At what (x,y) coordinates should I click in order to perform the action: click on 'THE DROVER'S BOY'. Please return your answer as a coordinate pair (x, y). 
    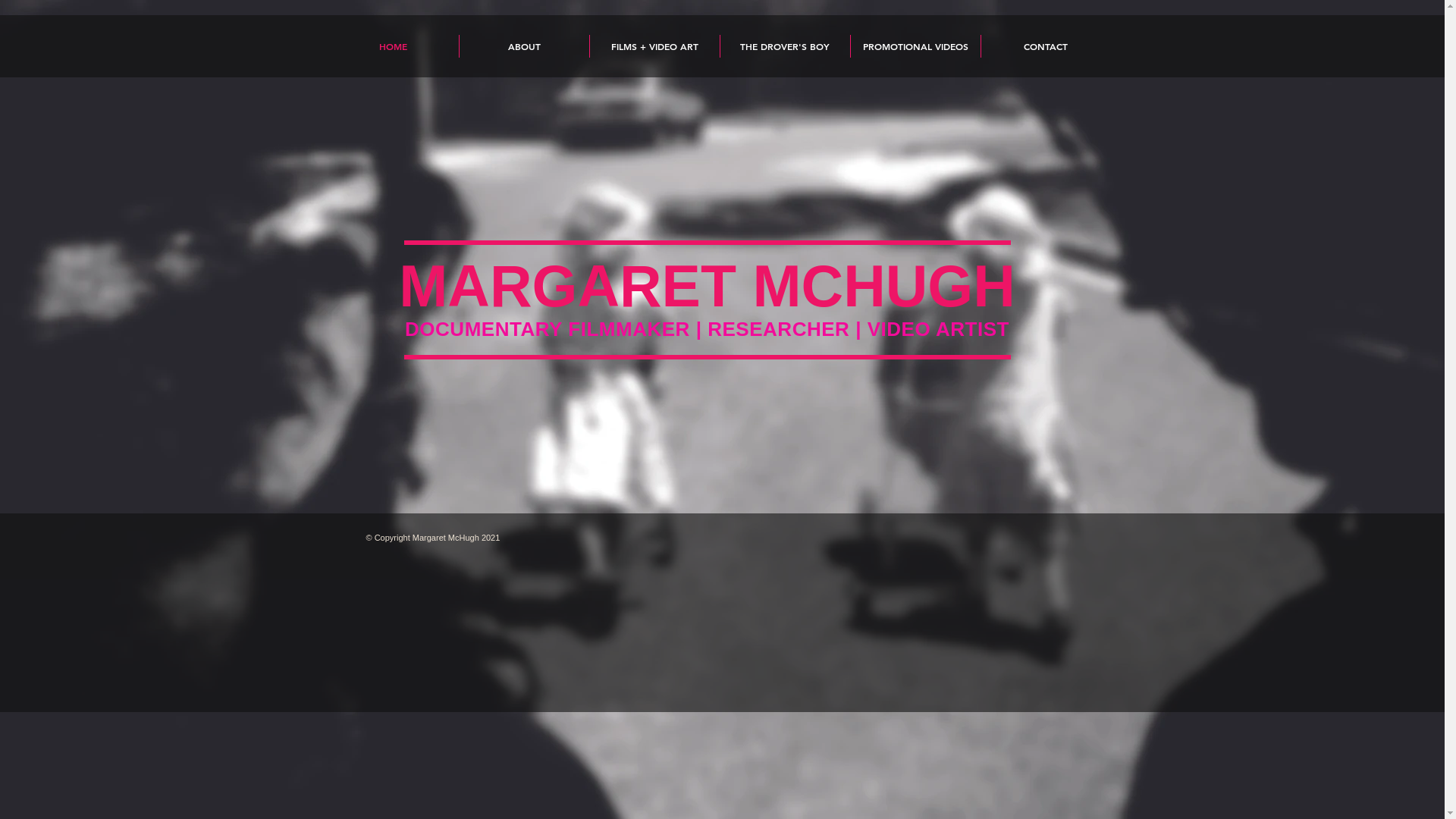
    Looking at the image, I should click on (720, 45).